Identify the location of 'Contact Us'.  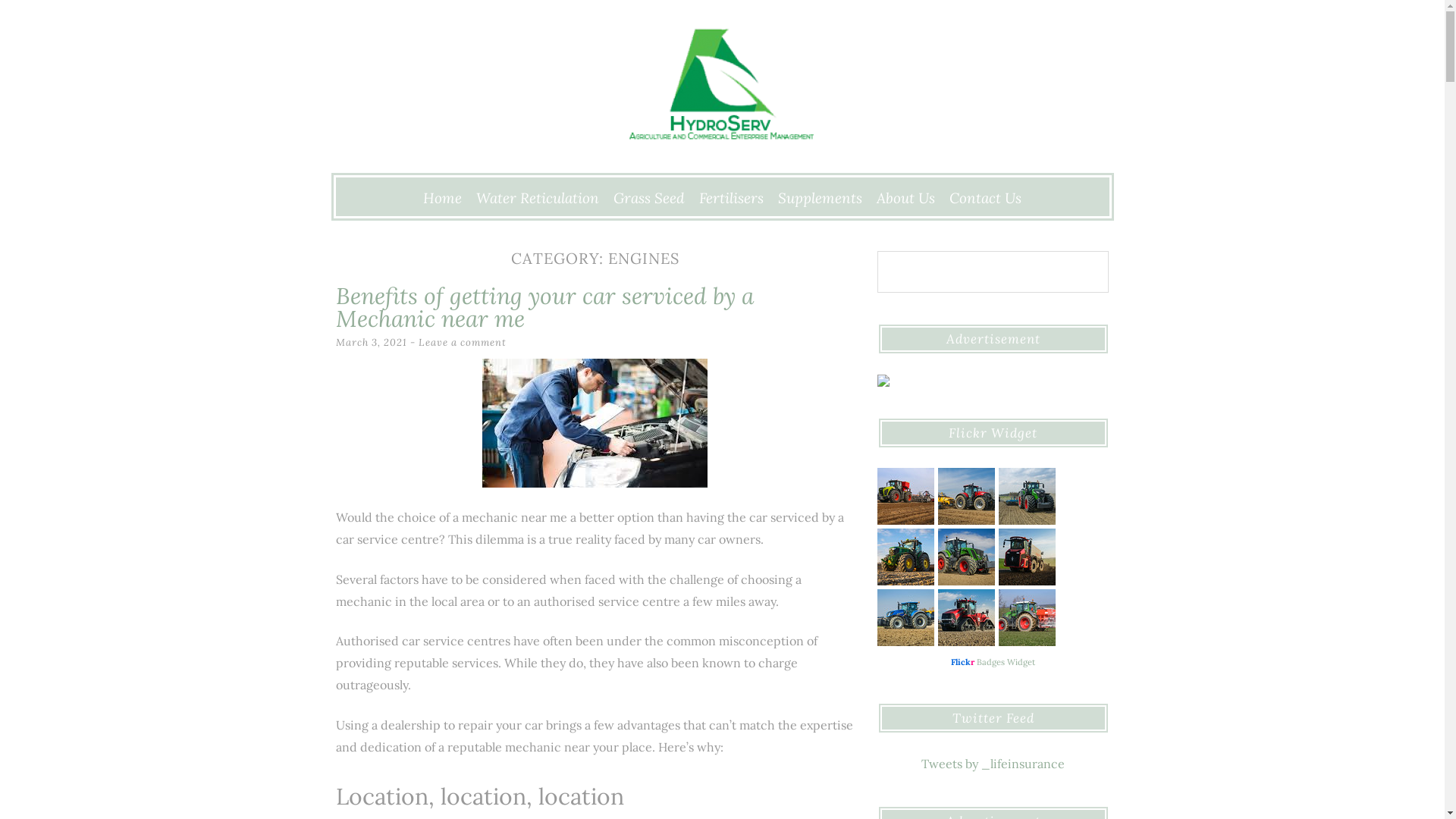
(985, 197).